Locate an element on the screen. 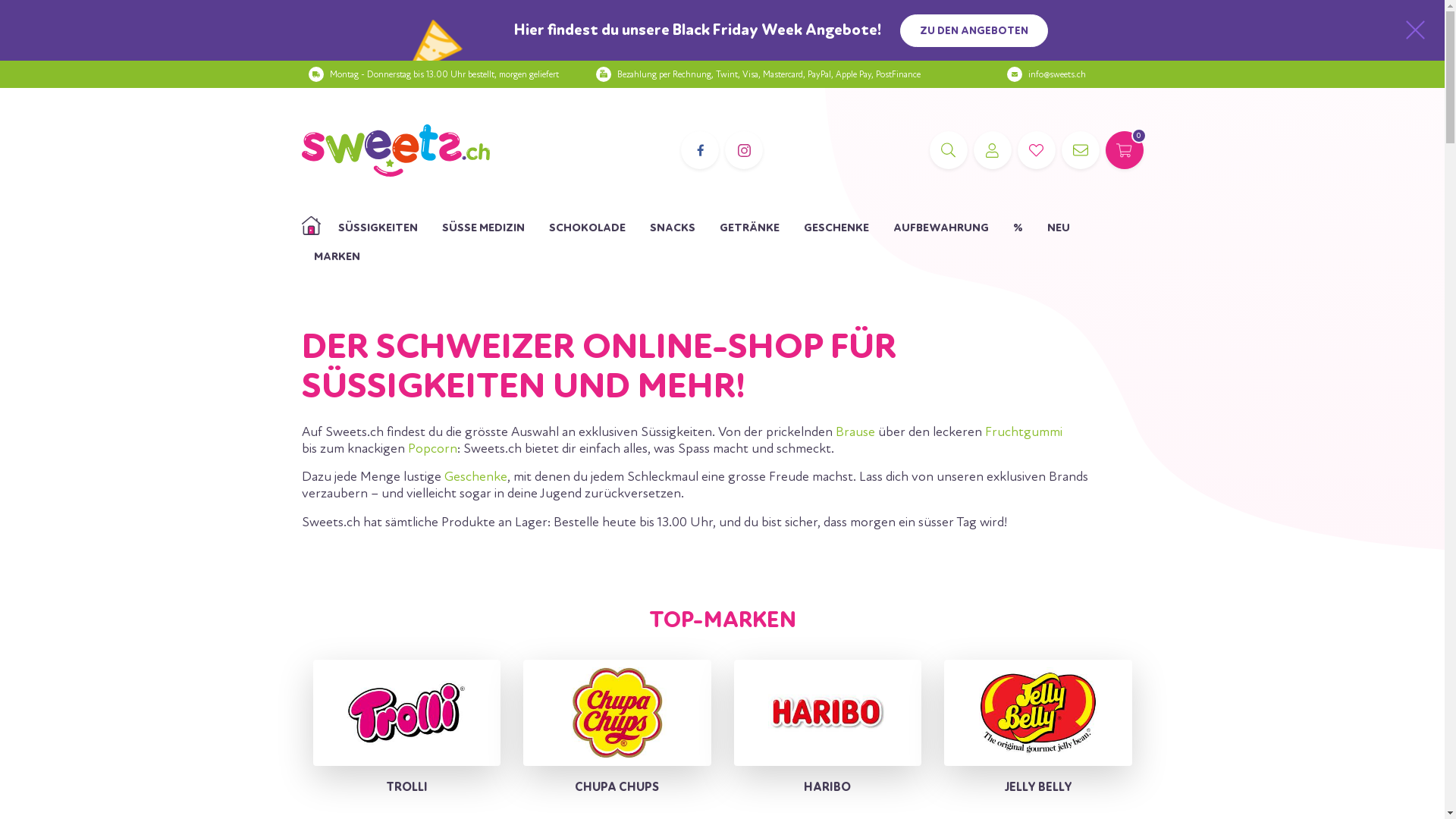 The height and width of the screenshot is (819, 1456). 'WUNSCHLISTE' is located at coordinates (1036, 149).